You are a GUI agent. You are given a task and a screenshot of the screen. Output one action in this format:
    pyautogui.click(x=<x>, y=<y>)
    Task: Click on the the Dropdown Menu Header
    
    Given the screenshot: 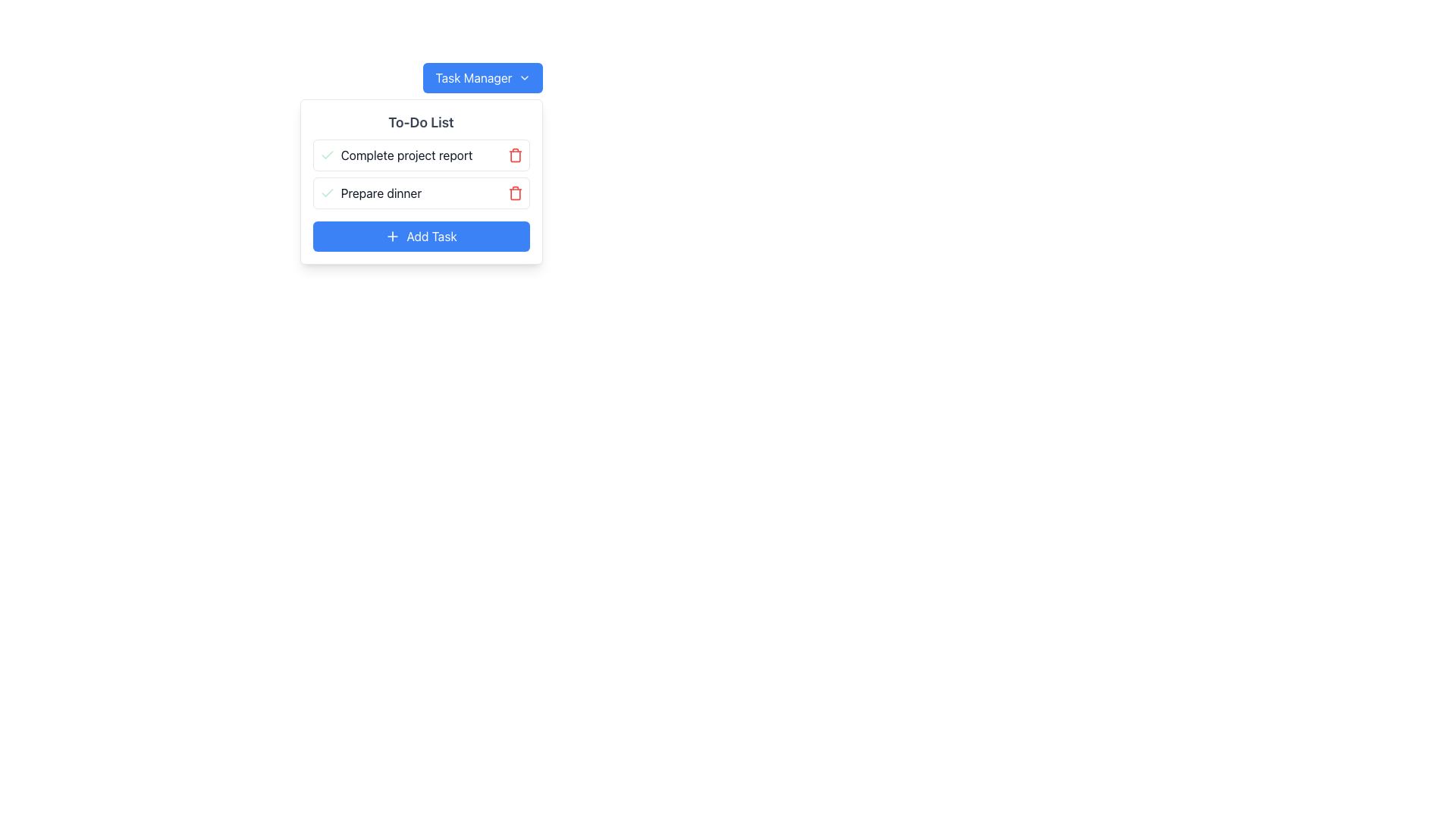 What is the action you would take?
    pyautogui.click(x=482, y=78)
    